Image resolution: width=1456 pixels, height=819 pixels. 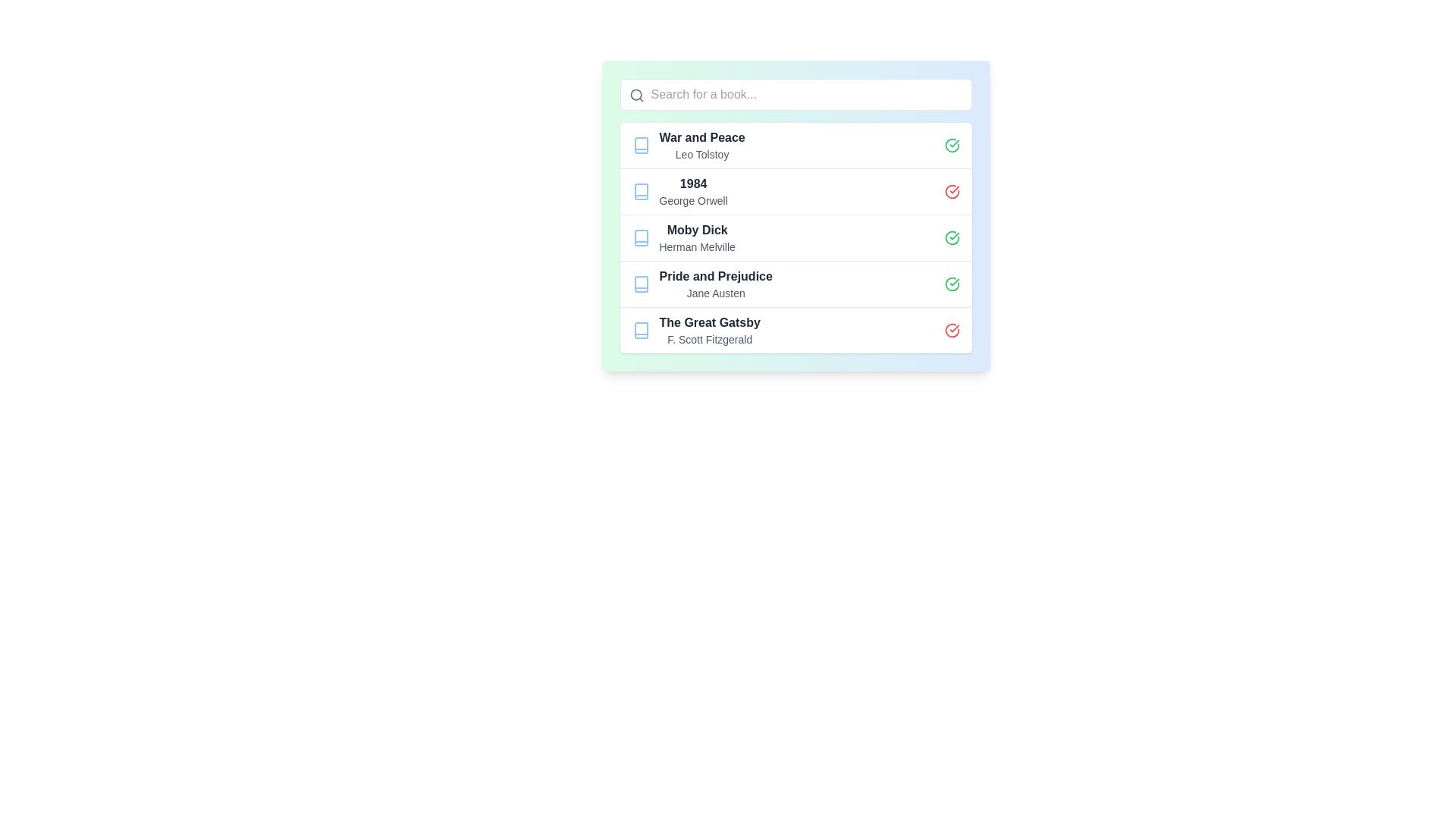 I want to click on the text label that serves as the title of a book, so click(x=692, y=184).